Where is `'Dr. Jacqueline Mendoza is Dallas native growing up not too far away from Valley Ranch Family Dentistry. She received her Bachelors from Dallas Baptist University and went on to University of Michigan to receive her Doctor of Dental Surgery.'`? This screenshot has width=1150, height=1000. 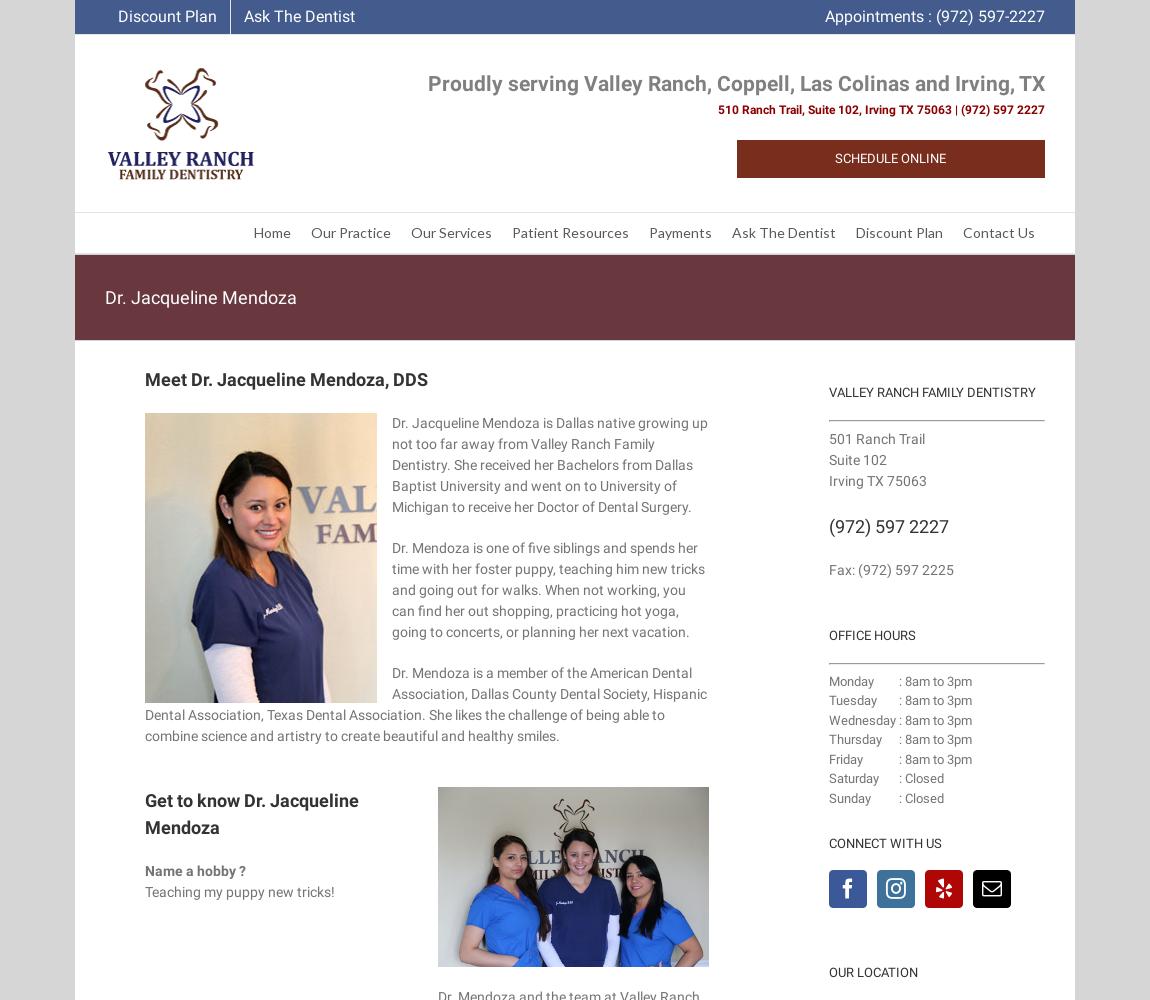 'Dr. Jacqueline Mendoza is Dallas native growing up not too far away from Valley Ranch Family Dentistry. She received her Bachelors from Dallas Baptist University and went on to University of Michigan to receive her Doctor of Dental Surgery.' is located at coordinates (550, 463).